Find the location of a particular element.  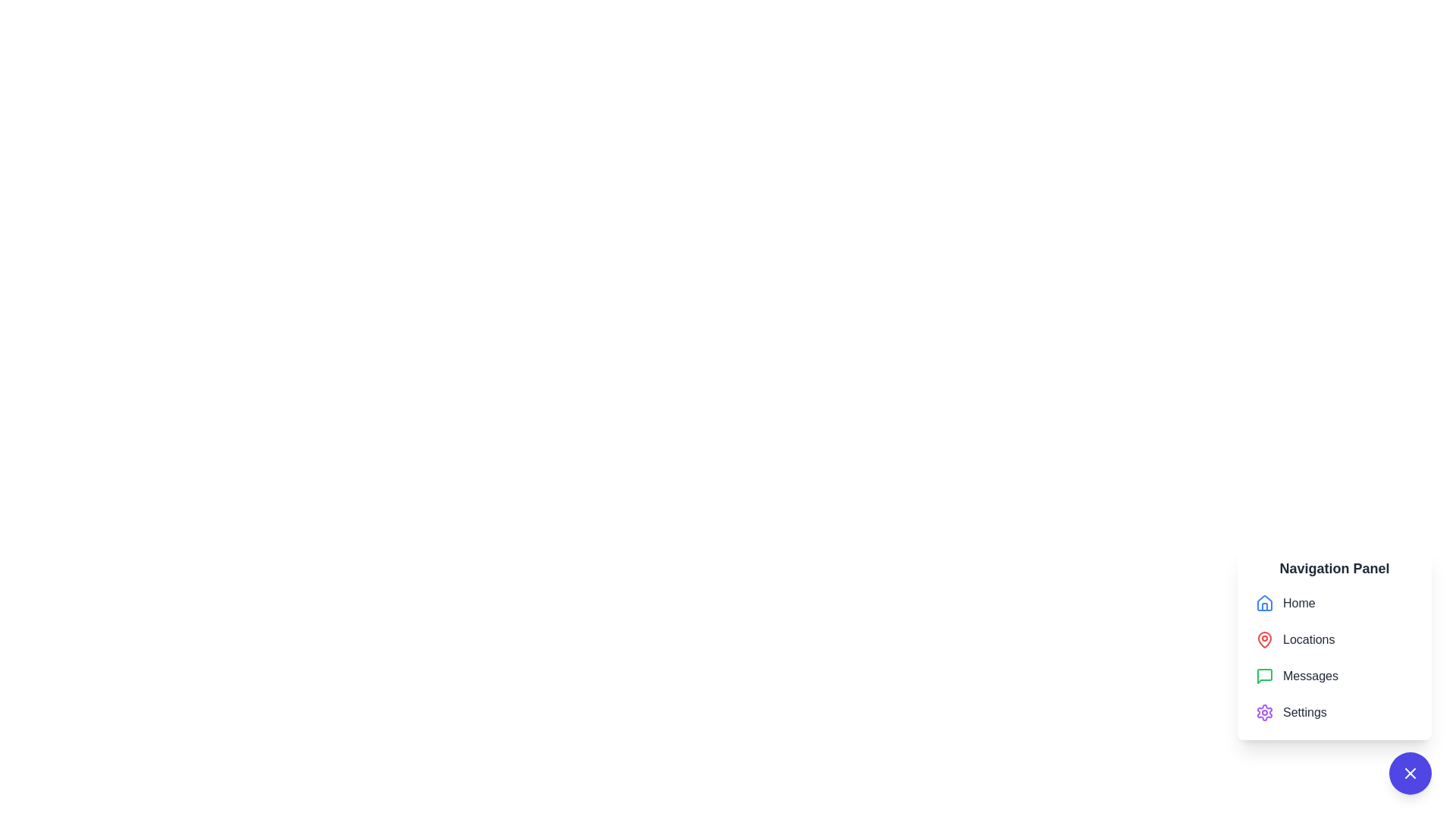

the close icon, which is a small circular button with an 'X' shape in white lines against a blue background, located at the bottom-right corner of the interface is located at coordinates (1410, 773).